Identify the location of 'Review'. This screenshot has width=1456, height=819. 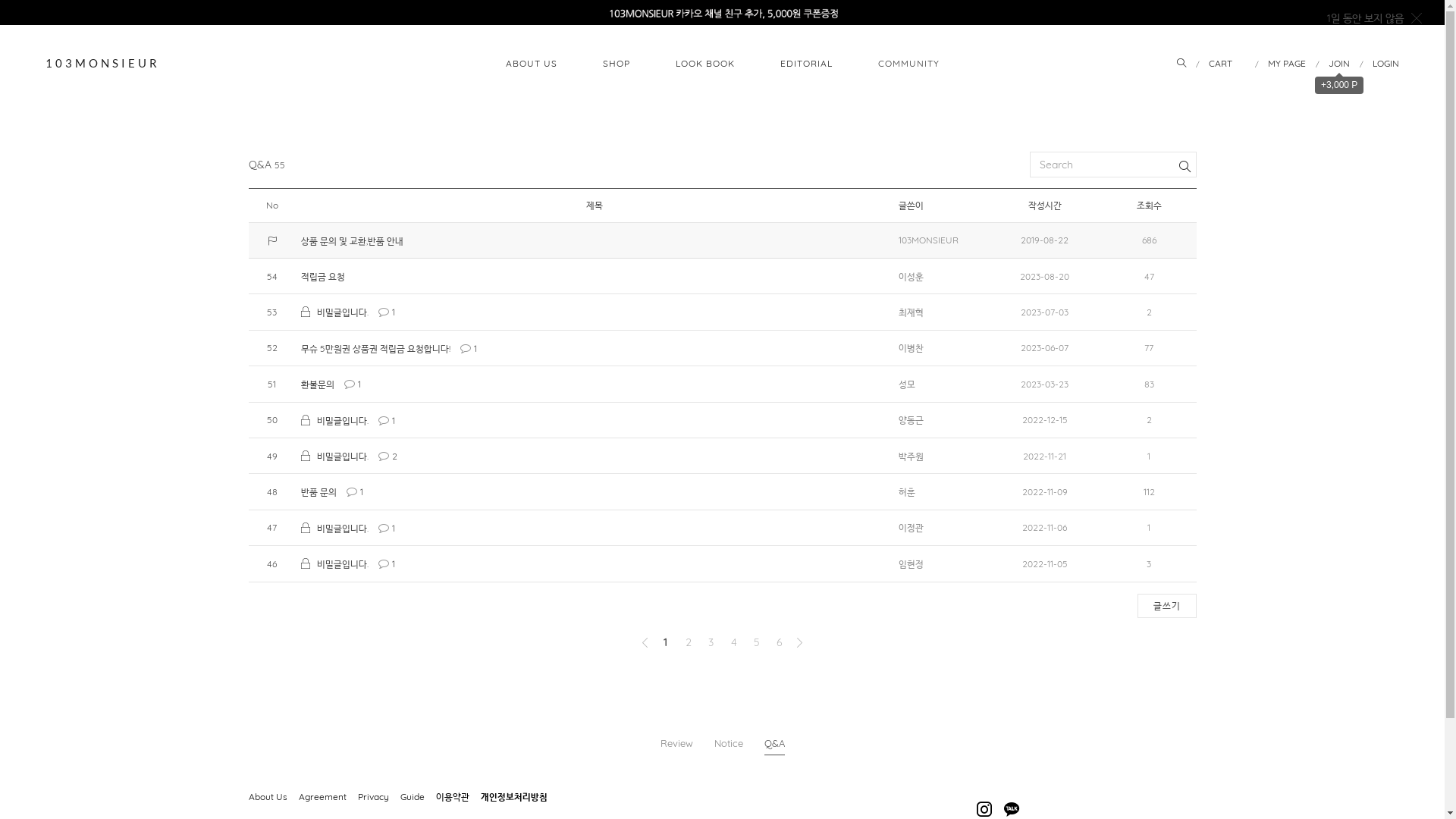
(675, 745).